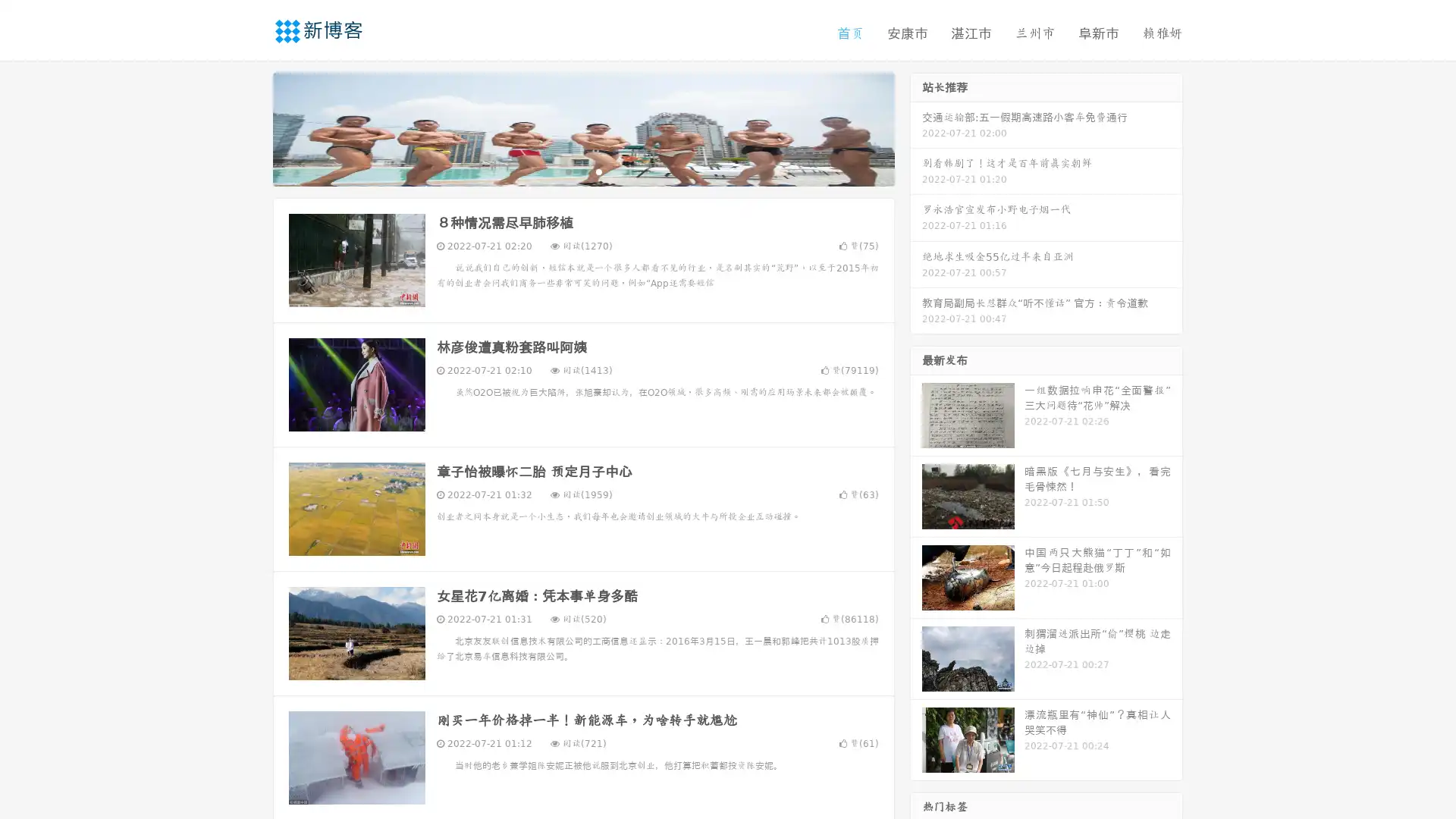 This screenshot has width=1456, height=819. What do you see at coordinates (916, 127) in the screenshot?
I see `Next slide` at bounding box center [916, 127].